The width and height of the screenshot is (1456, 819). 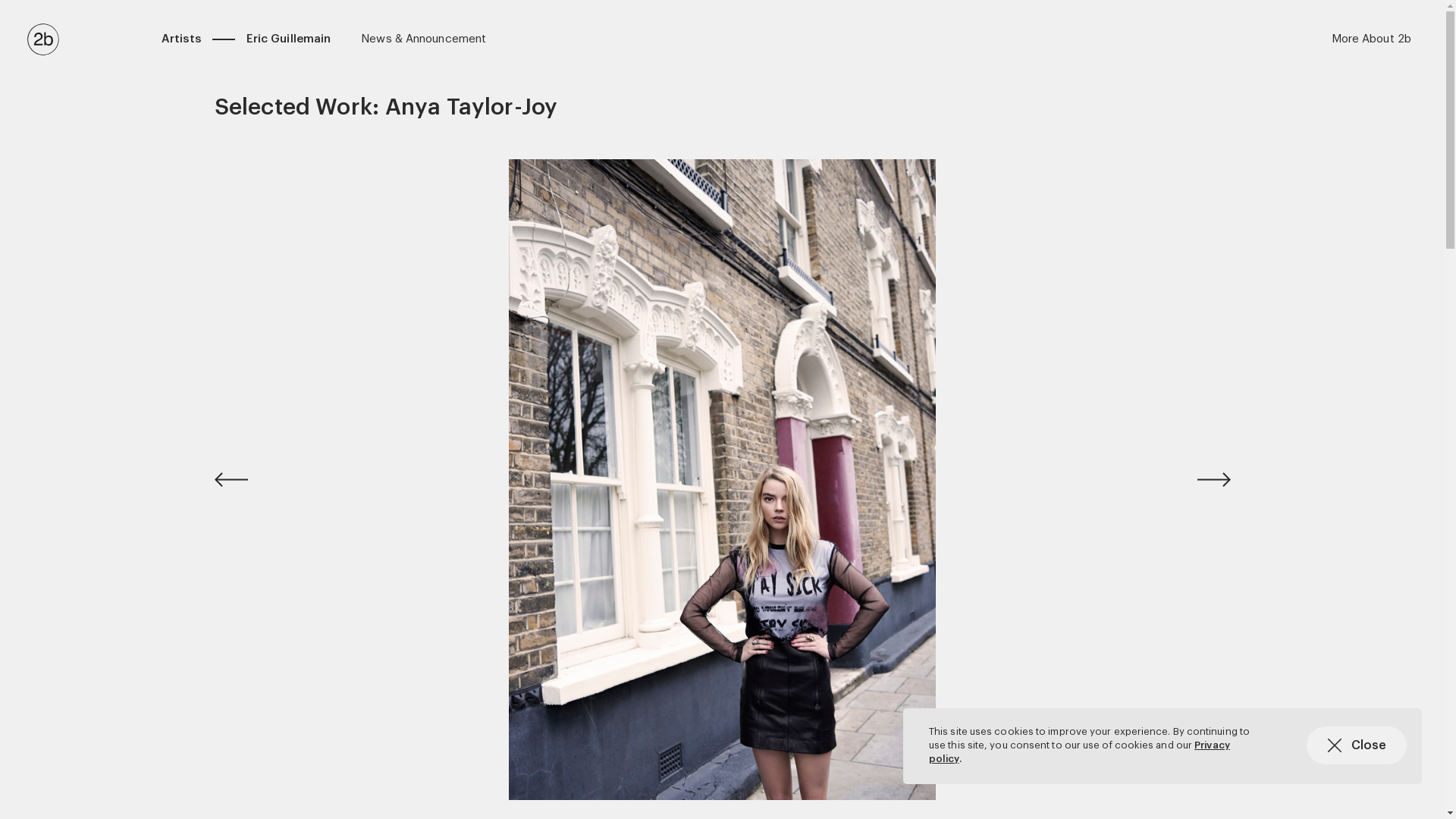 I want to click on 'Previous', so click(x=251, y=479).